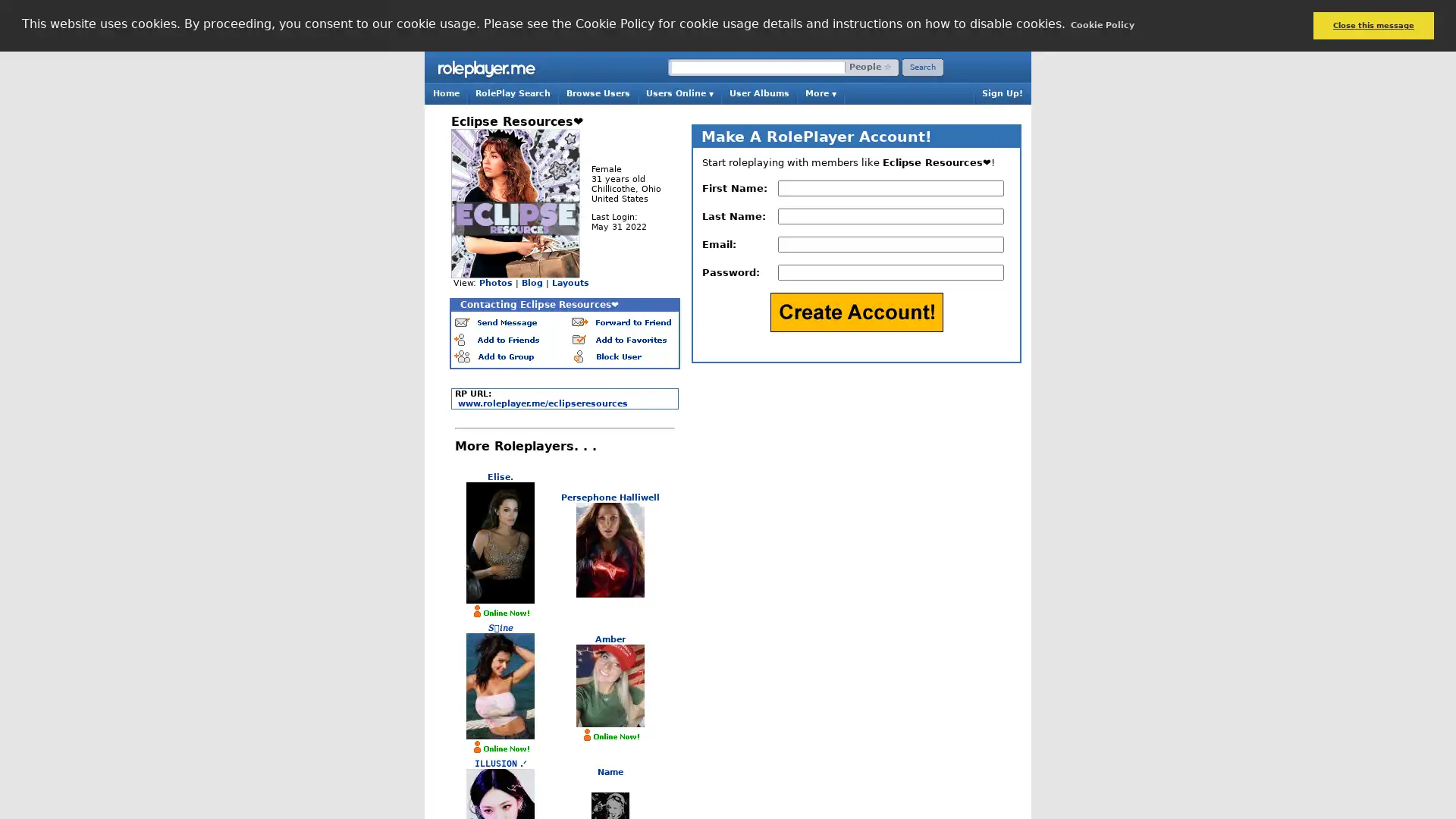  I want to click on Search, so click(922, 66).